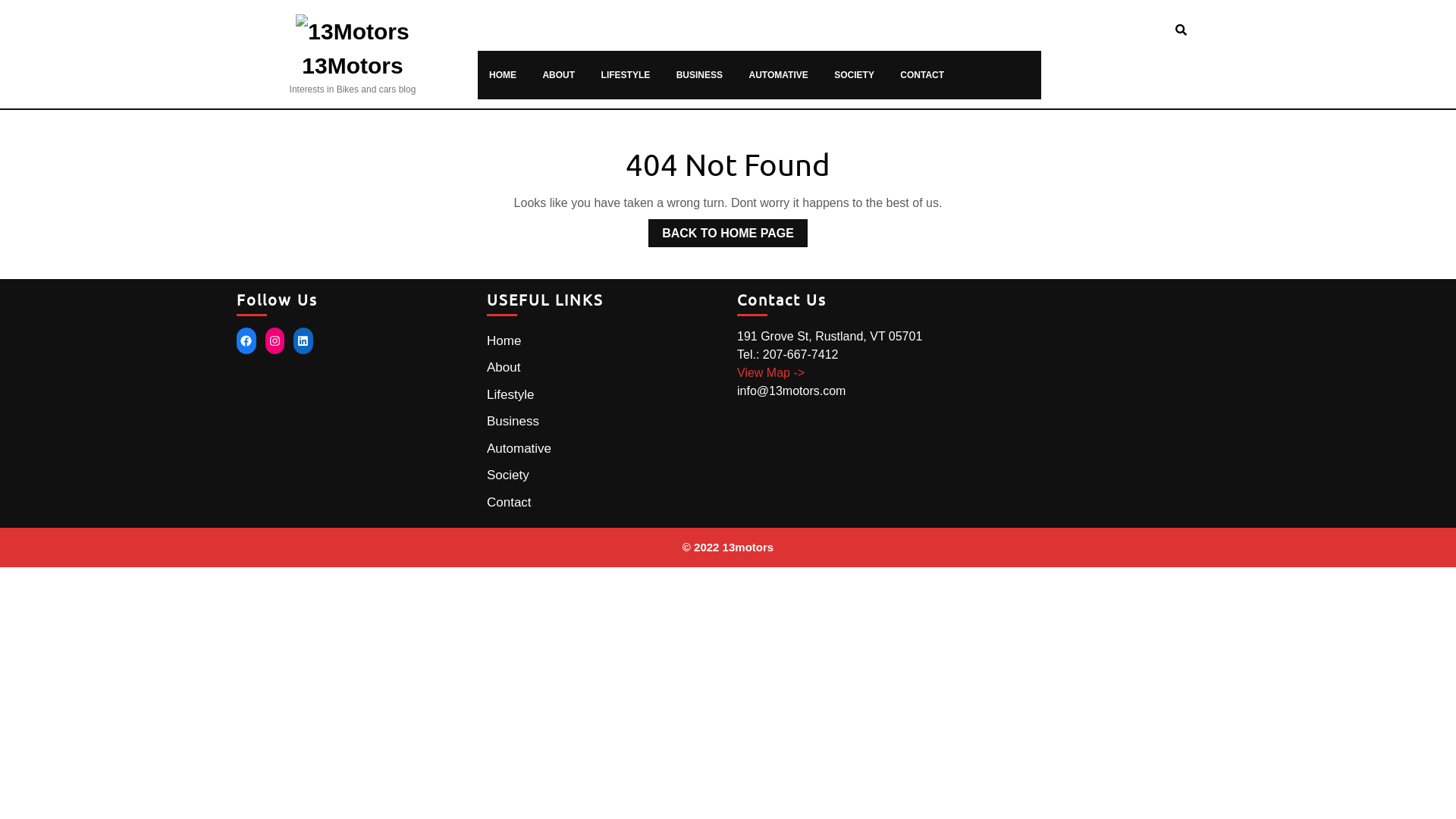  I want to click on 'View Map ->', so click(770, 372).